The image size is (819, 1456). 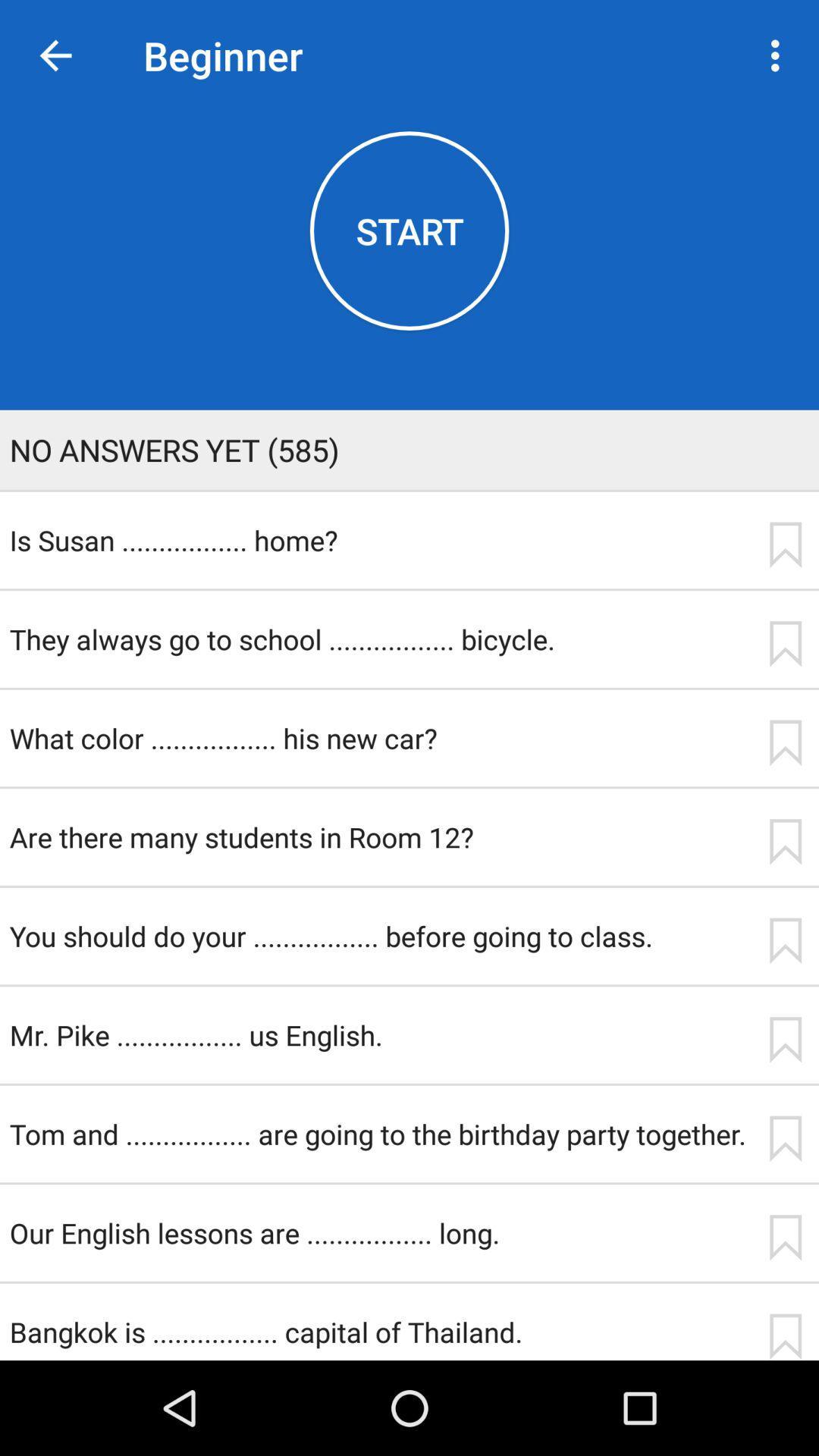 I want to click on bookmark, so click(x=785, y=940).